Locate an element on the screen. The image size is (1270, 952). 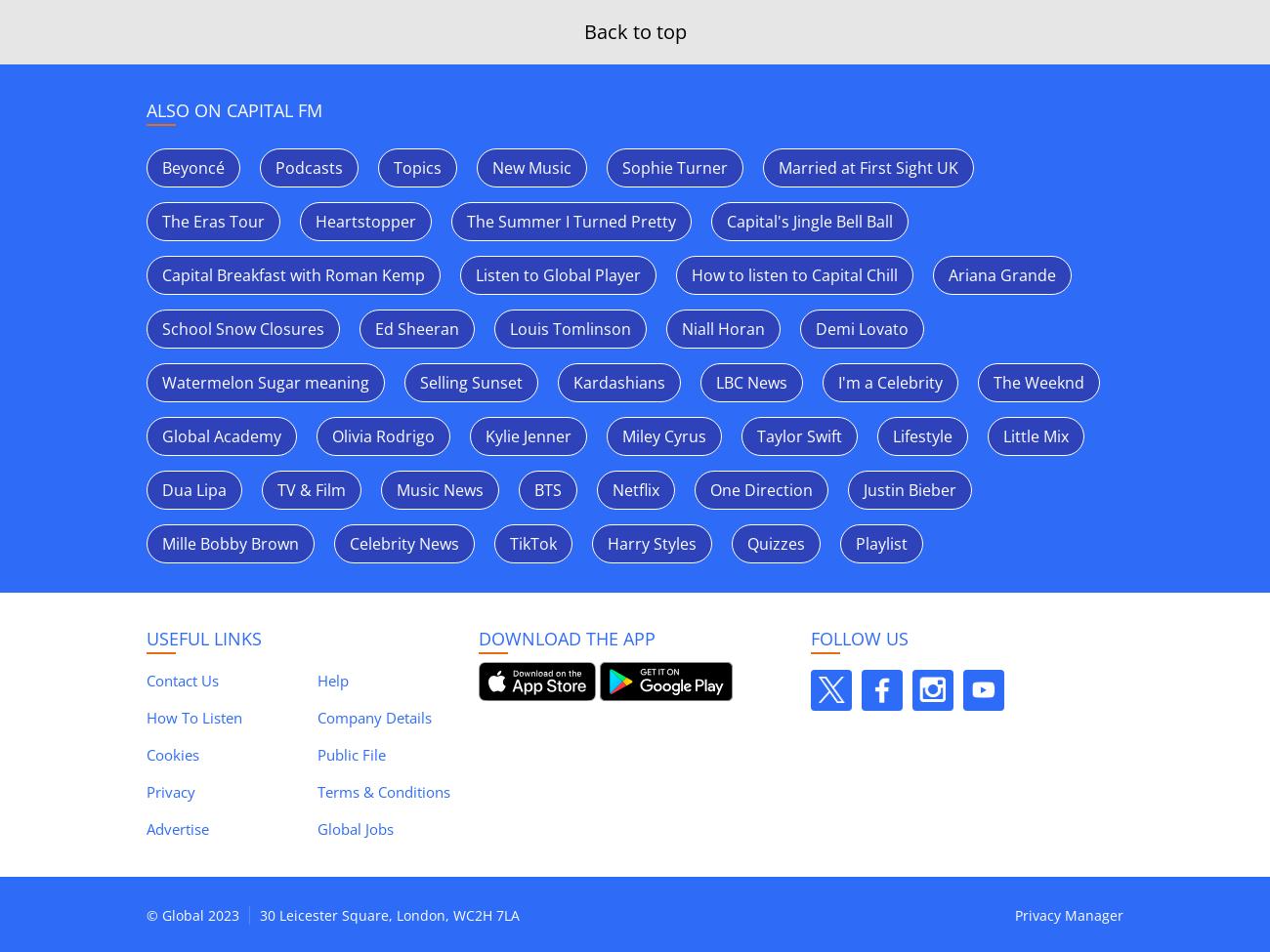
'Quizzes' is located at coordinates (775, 543).